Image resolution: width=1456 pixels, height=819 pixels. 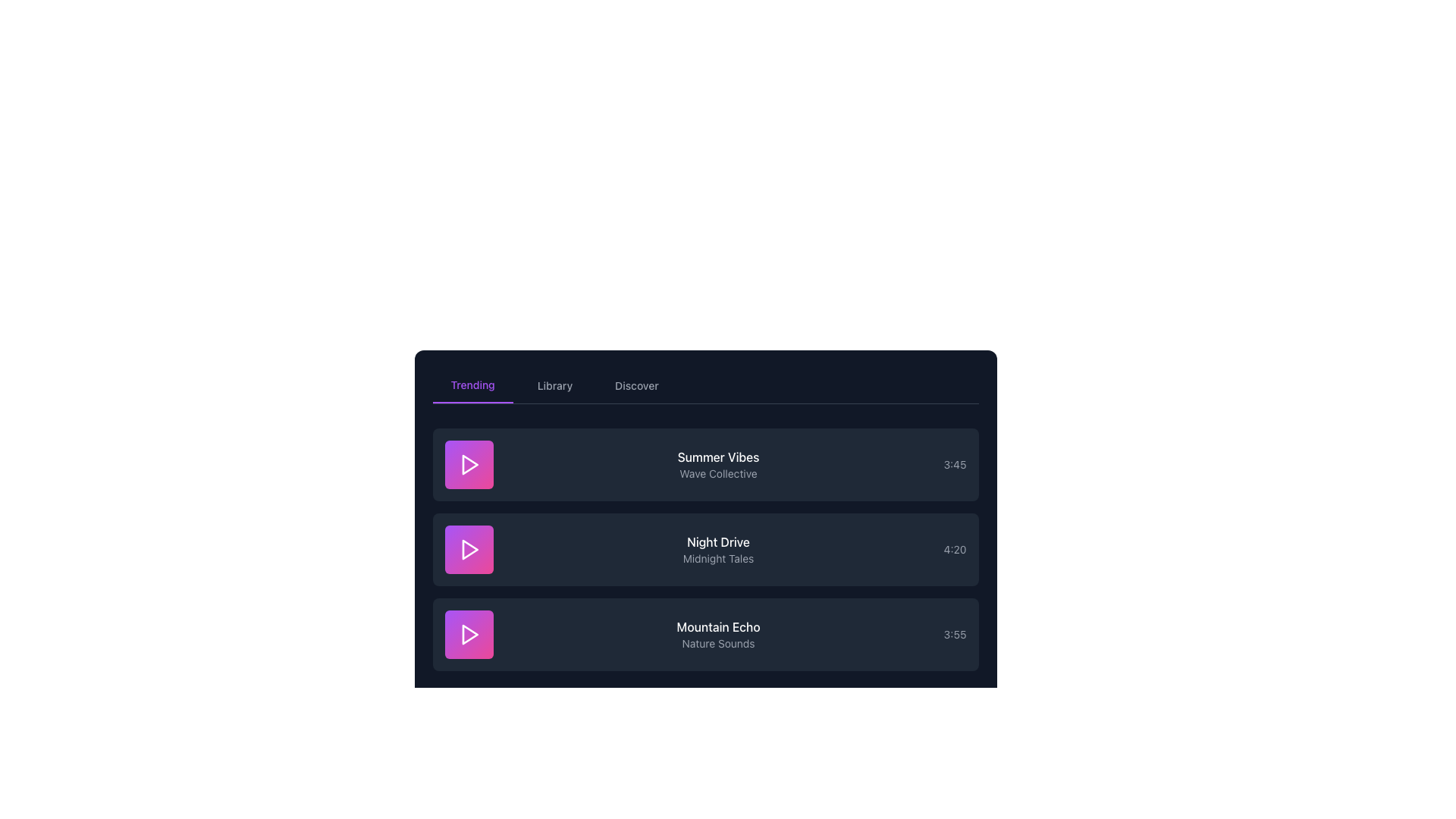 I want to click on the play button located in the second row of the 'Trending' tab, positioned to the left of the 'Night Drive' and 'Midnight Tales' text, to play the associated audio track, so click(x=468, y=550).